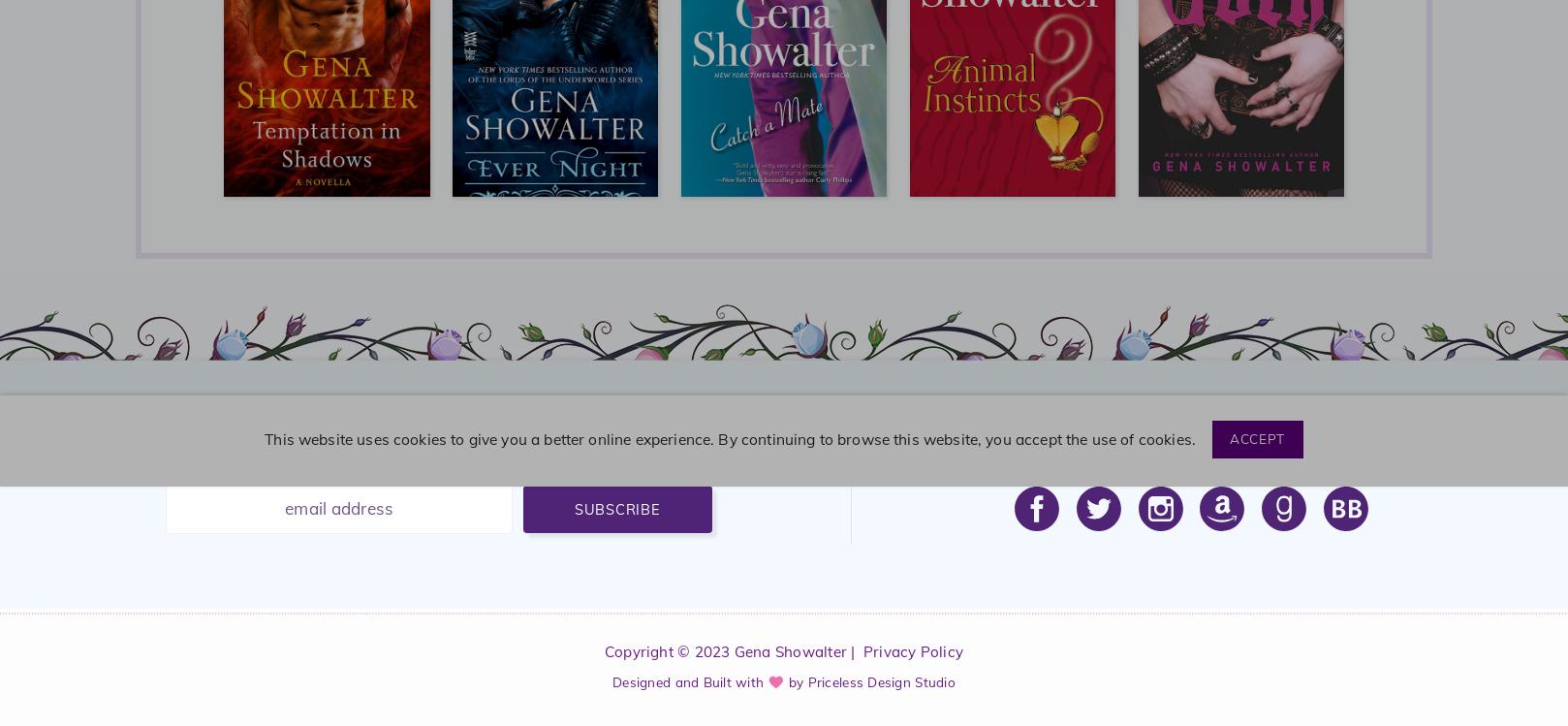  I want to click on 'Priceless Design Studio', so click(880, 680).